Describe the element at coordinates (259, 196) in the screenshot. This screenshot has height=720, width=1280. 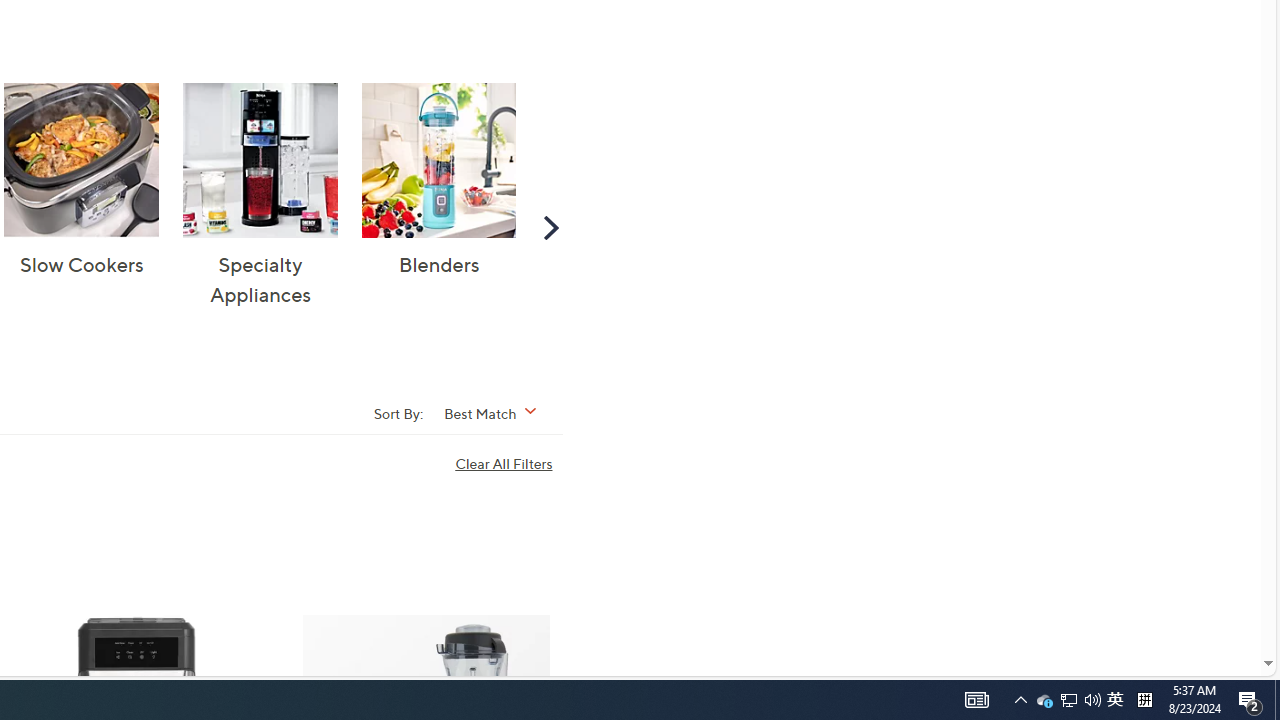
I see `'Specialty Appliances Specialty Appliances'` at that location.